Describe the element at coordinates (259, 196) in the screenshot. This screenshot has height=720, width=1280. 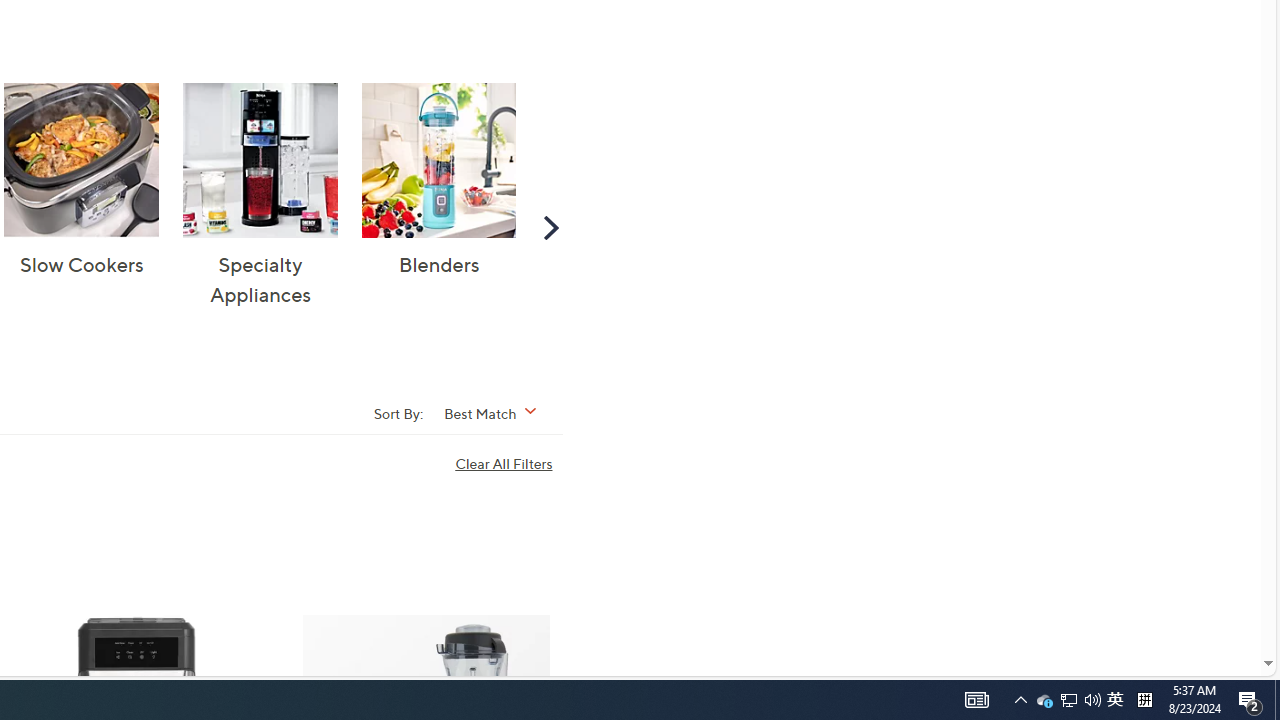
I see `'Specialty Appliances Specialty Appliances'` at that location.